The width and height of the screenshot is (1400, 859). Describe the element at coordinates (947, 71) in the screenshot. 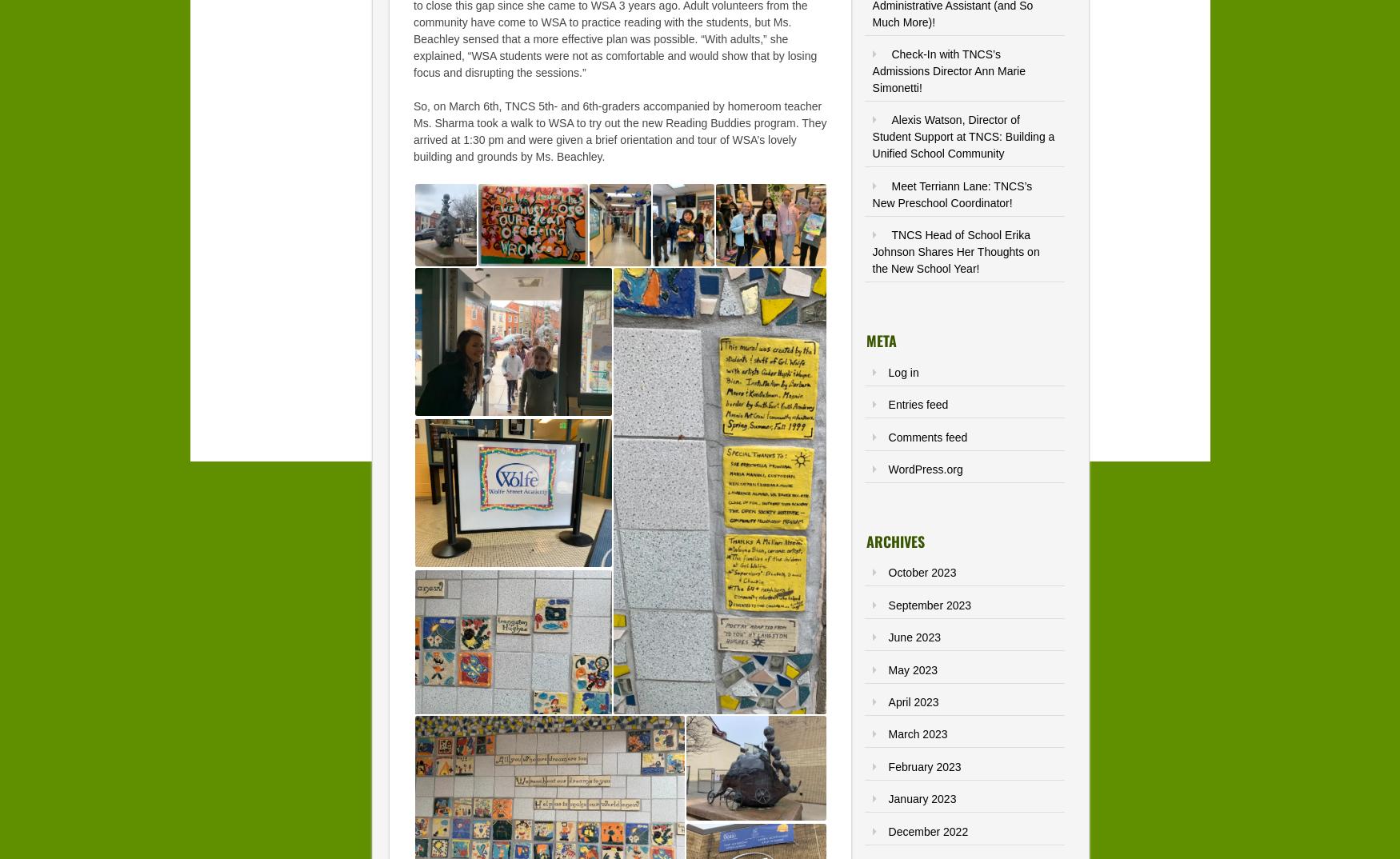

I see `'Check-In with TNCS’s Admissions Director Ann Marie Simonetti!'` at that location.